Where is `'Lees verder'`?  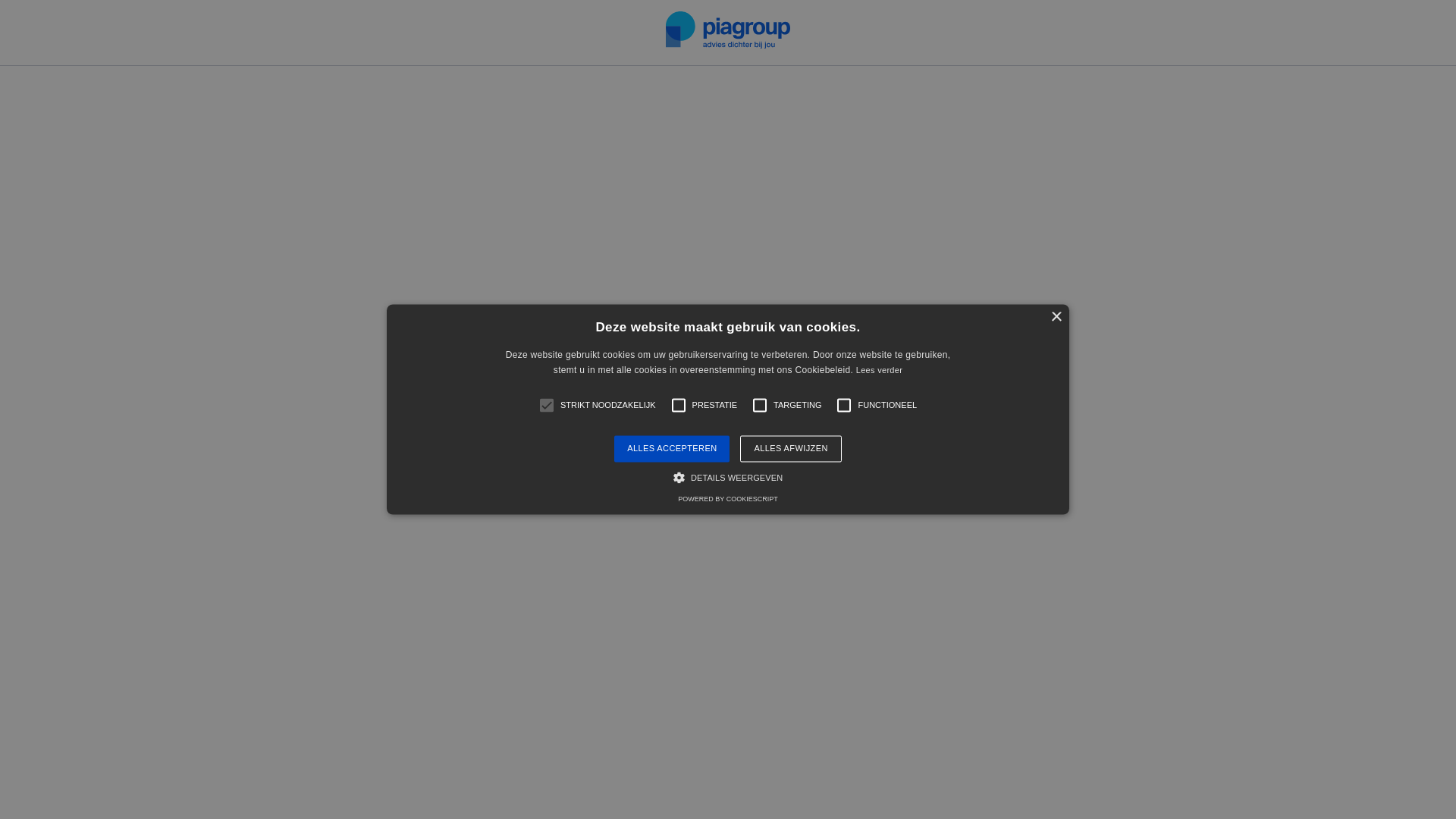
'Lees verder' is located at coordinates (855, 371).